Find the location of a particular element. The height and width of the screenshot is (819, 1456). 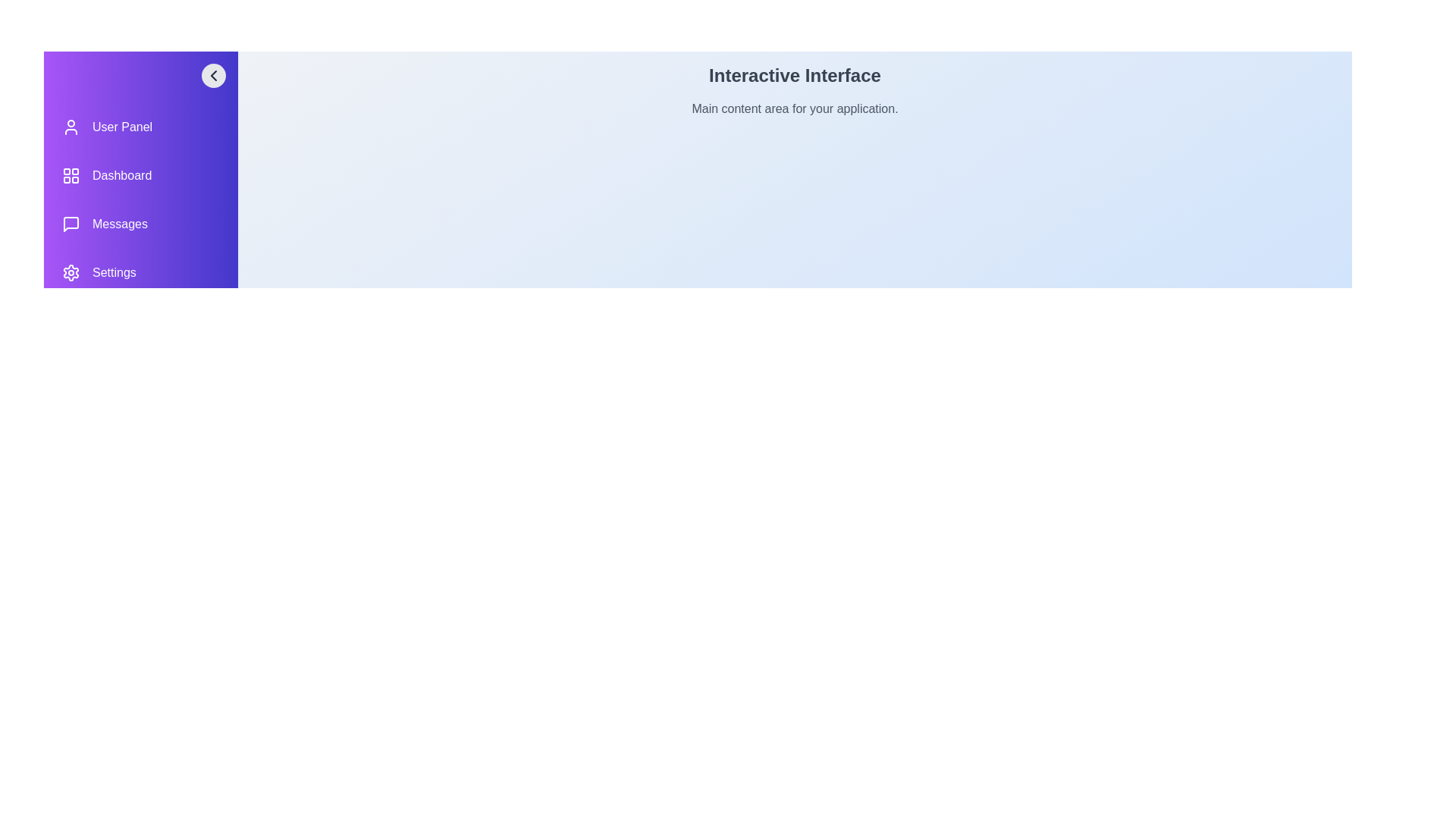

the menu item Settings to highlight it is located at coordinates (141, 271).